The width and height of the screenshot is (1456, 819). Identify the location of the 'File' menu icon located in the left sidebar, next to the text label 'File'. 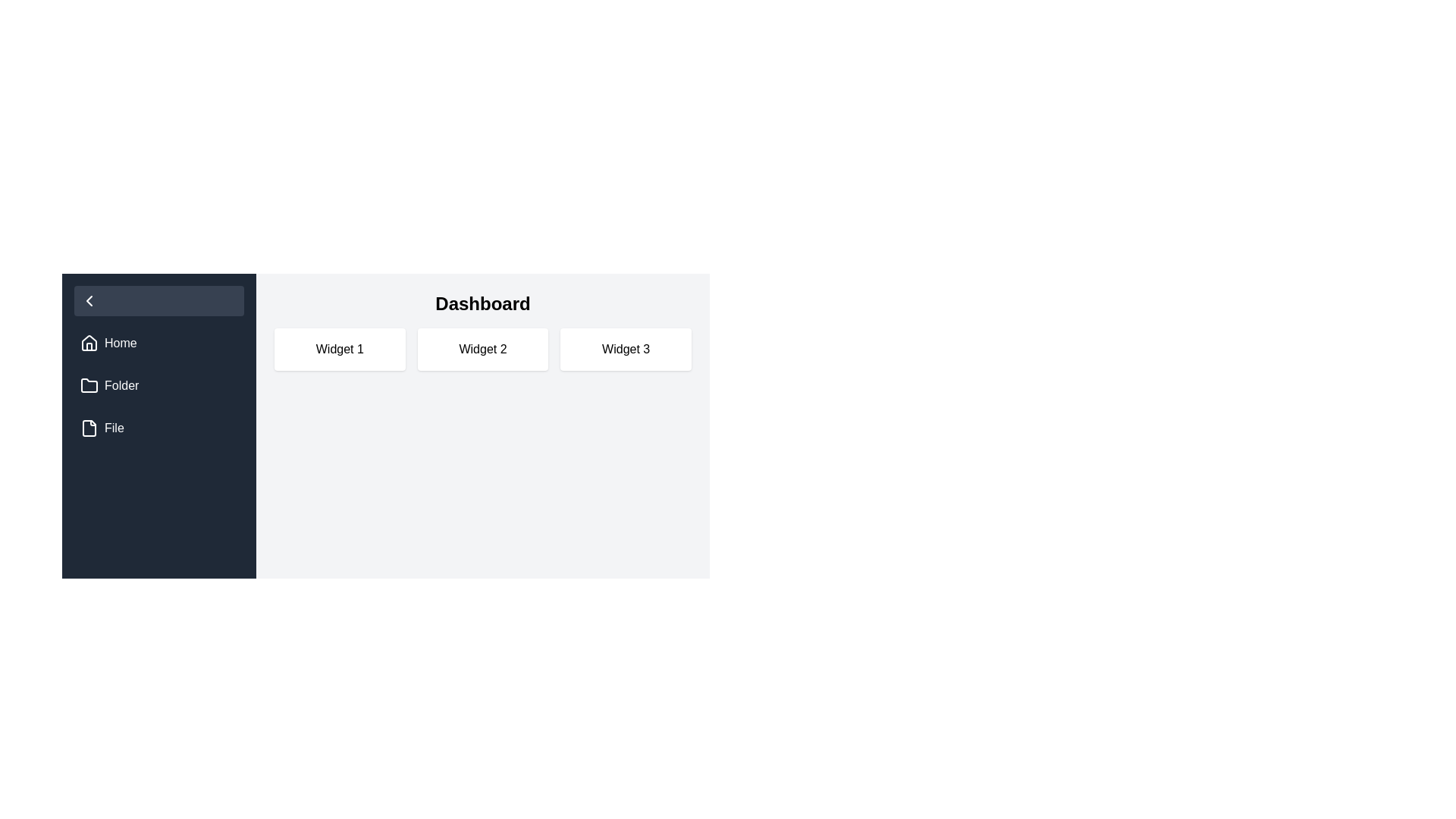
(89, 428).